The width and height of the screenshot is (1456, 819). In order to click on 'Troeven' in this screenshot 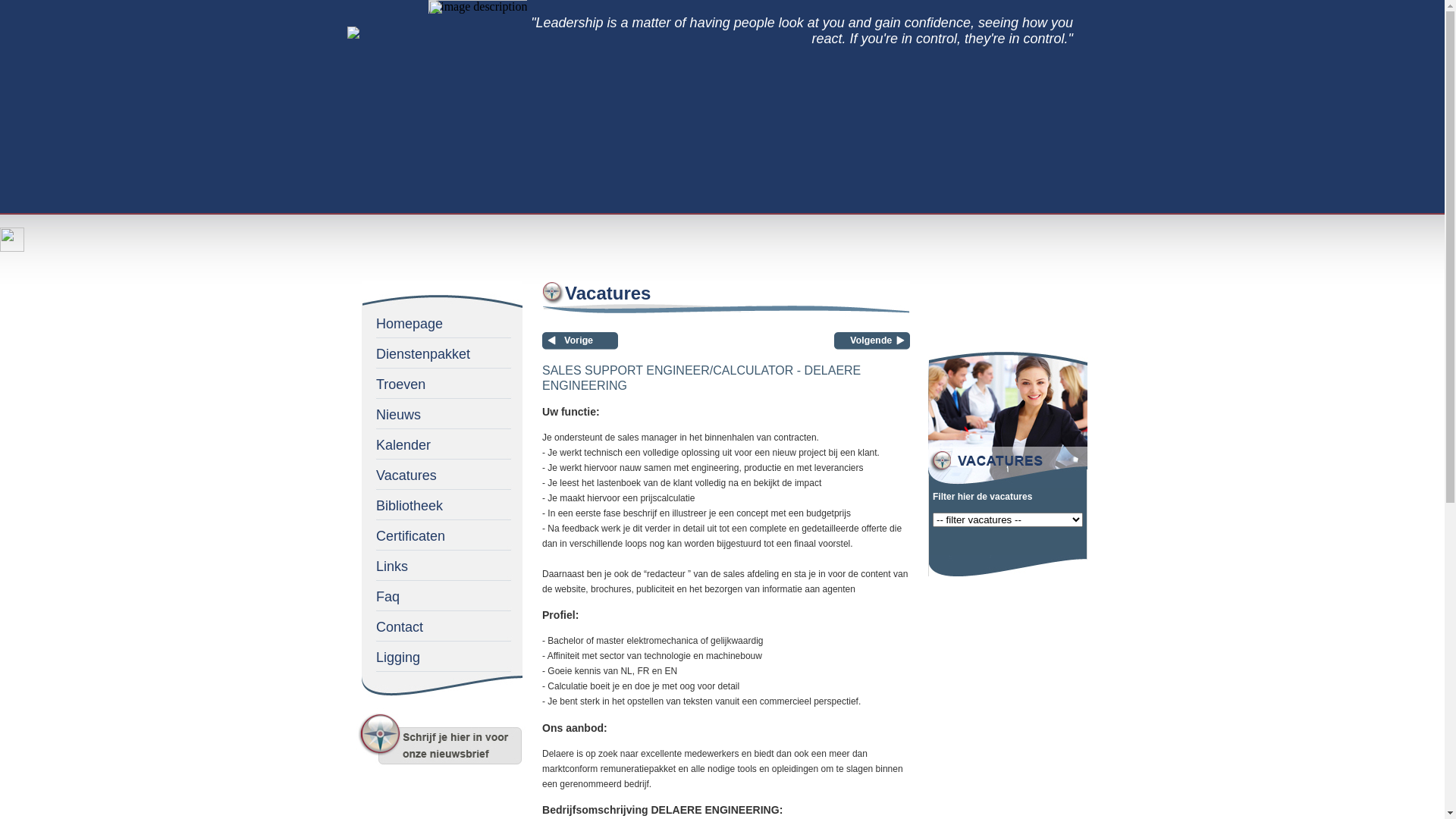, I will do `click(441, 380)`.